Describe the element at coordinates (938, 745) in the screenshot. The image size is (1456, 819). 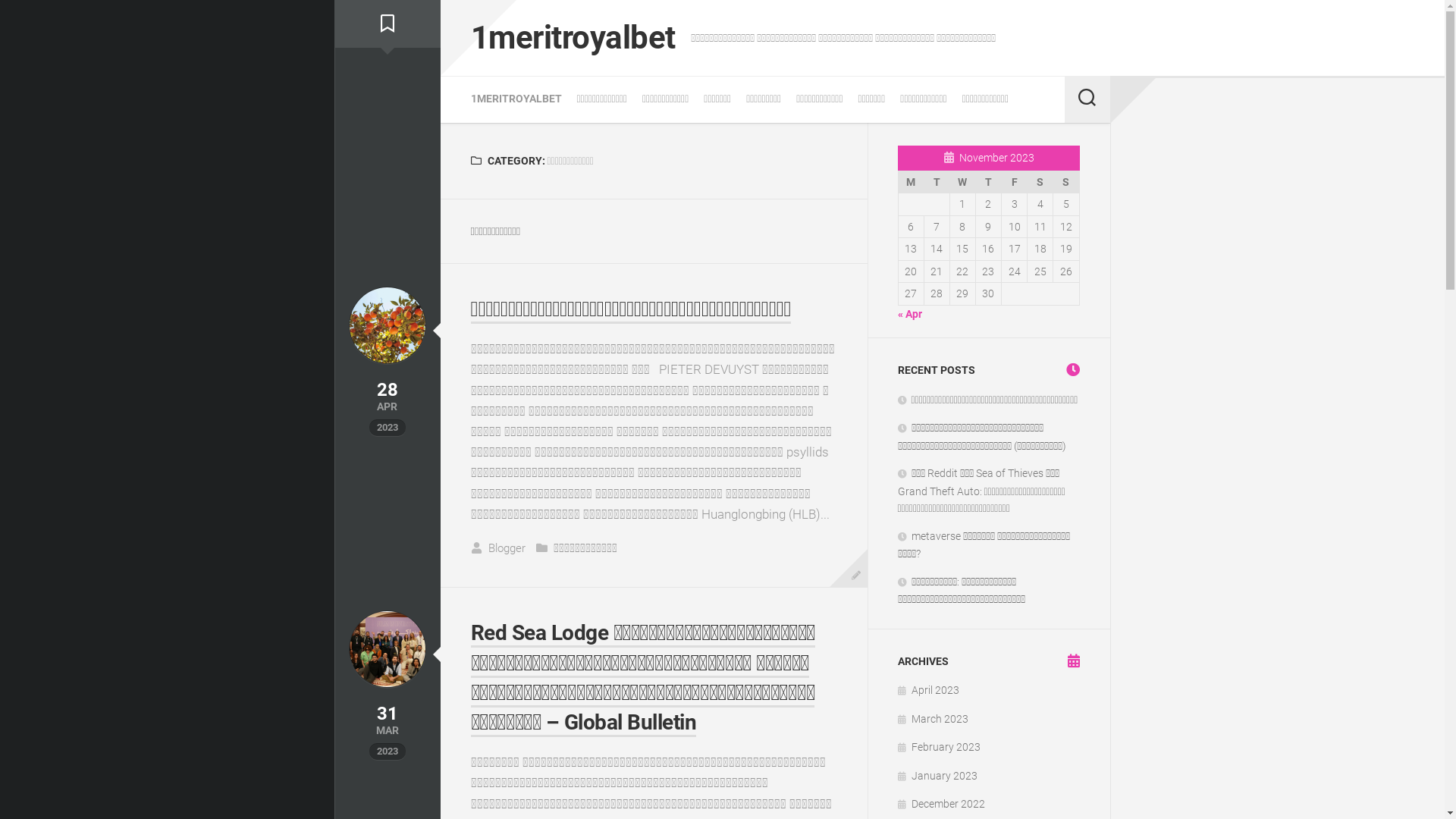
I see `'February 2023'` at that location.